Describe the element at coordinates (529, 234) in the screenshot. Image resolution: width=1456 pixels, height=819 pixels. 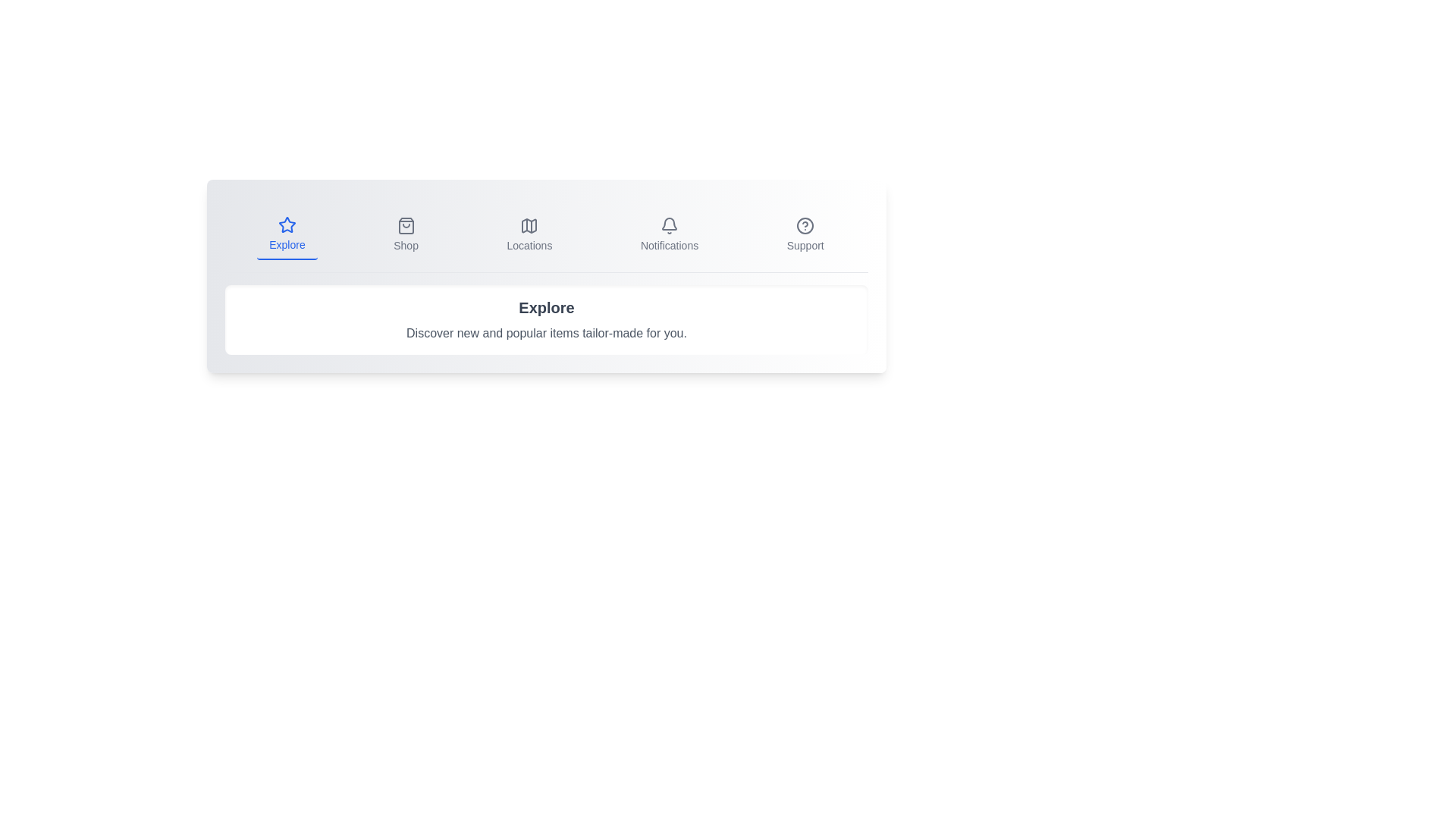
I see `the 'Locations' button in the navigation bar, which is the third item between 'Shop' and 'Notifications'` at that location.